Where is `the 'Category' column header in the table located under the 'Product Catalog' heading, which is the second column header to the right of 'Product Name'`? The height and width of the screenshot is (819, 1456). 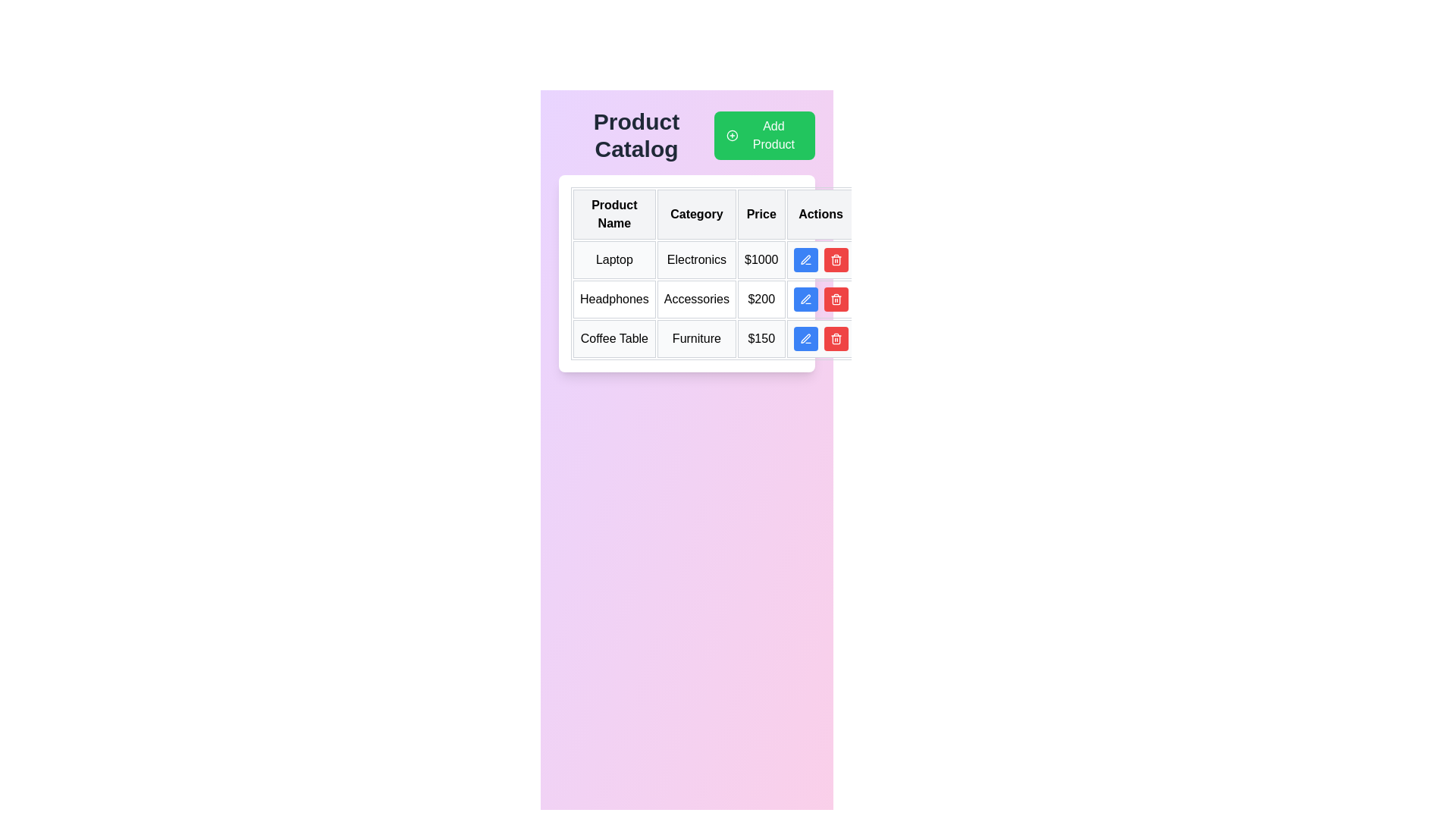
the 'Category' column header in the table located under the 'Product Catalog' heading, which is the second column header to the right of 'Product Name' is located at coordinates (695, 214).